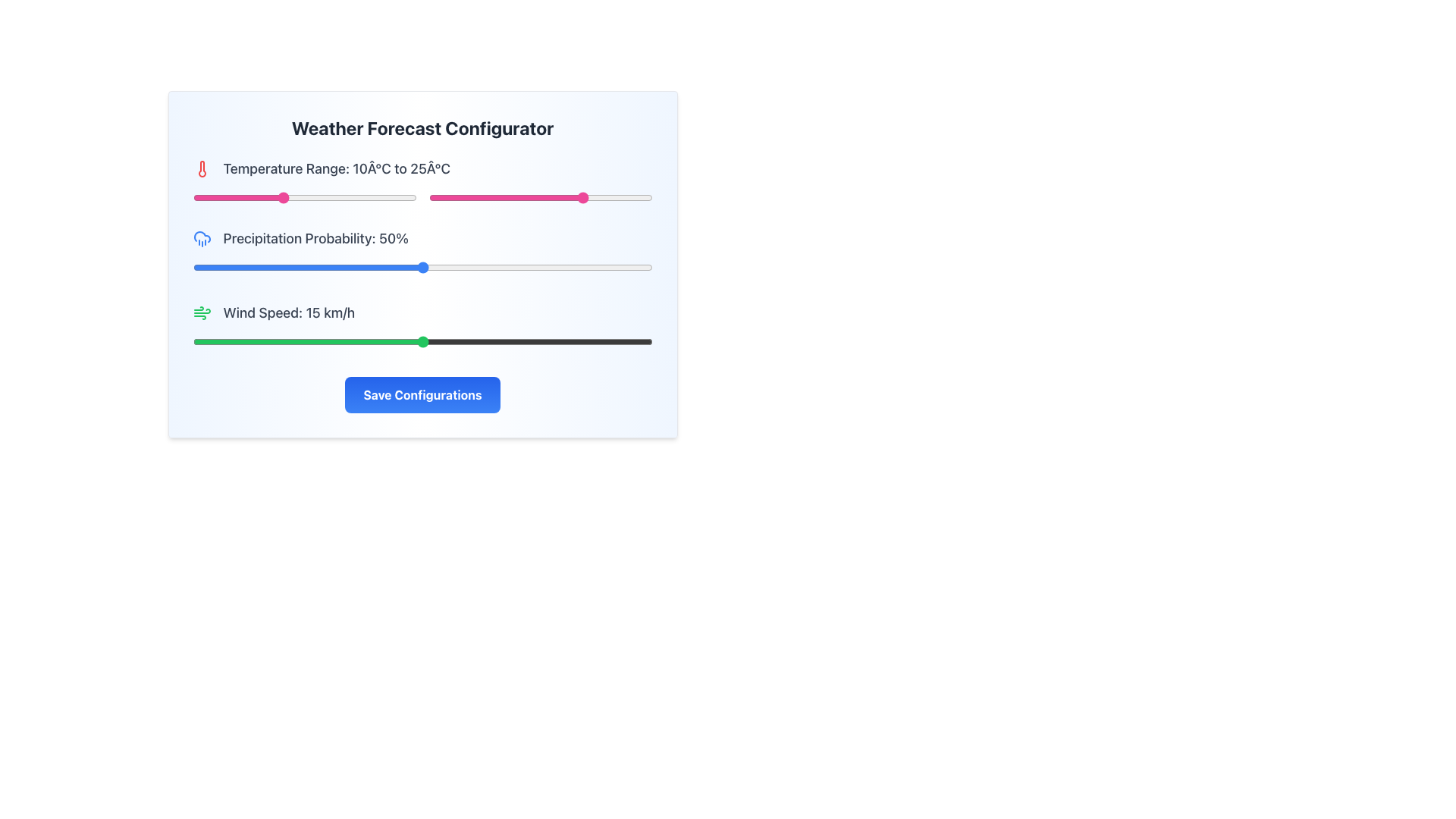  I want to click on precipitation probability, so click(551, 267).